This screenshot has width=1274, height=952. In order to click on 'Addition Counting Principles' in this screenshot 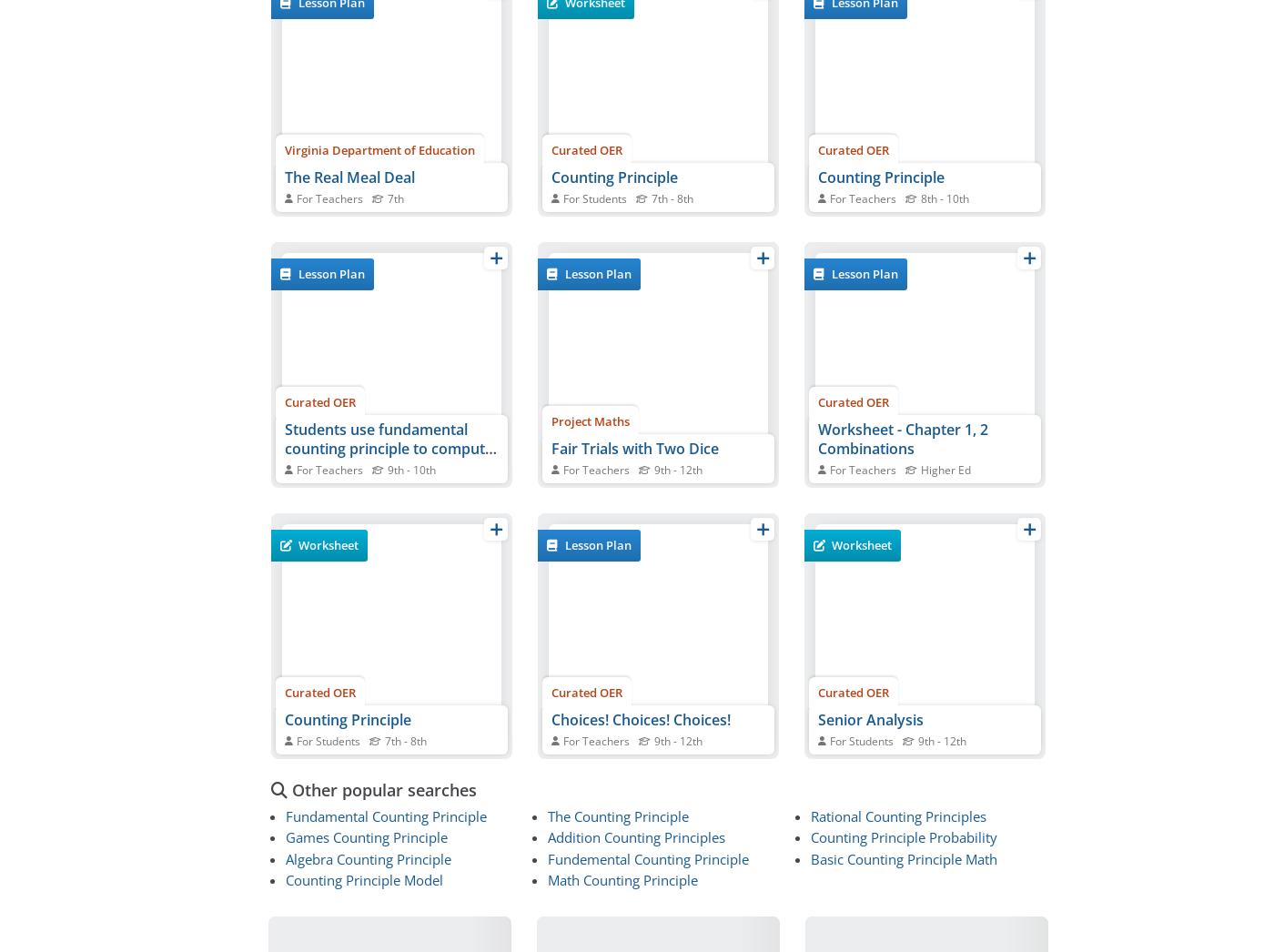, I will do `click(636, 836)`.